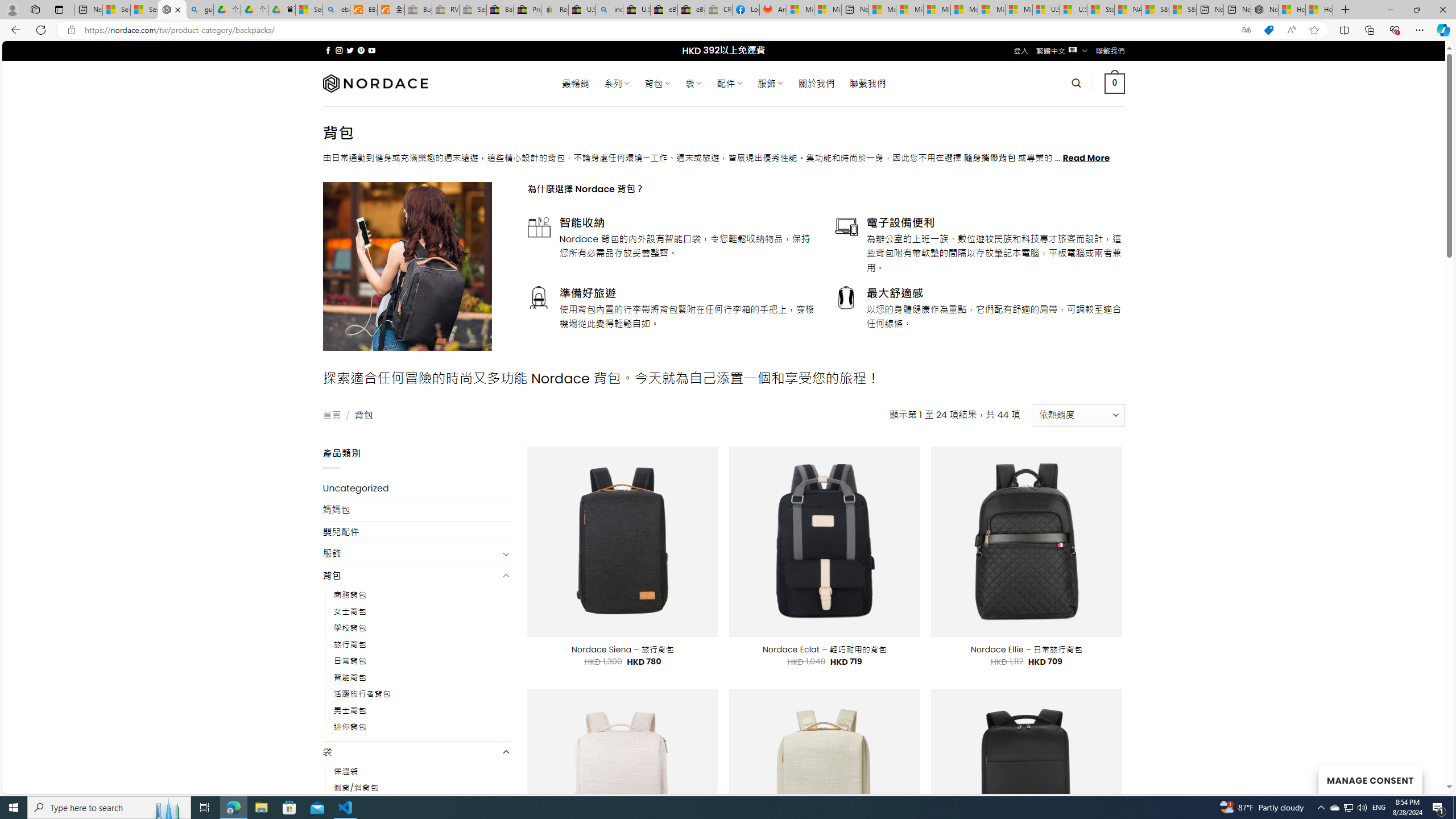 The image size is (1456, 819). I want to click on 'S&P 500, Nasdaq end lower, weighed by Nvidia dip | Watch', so click(1182, 9).